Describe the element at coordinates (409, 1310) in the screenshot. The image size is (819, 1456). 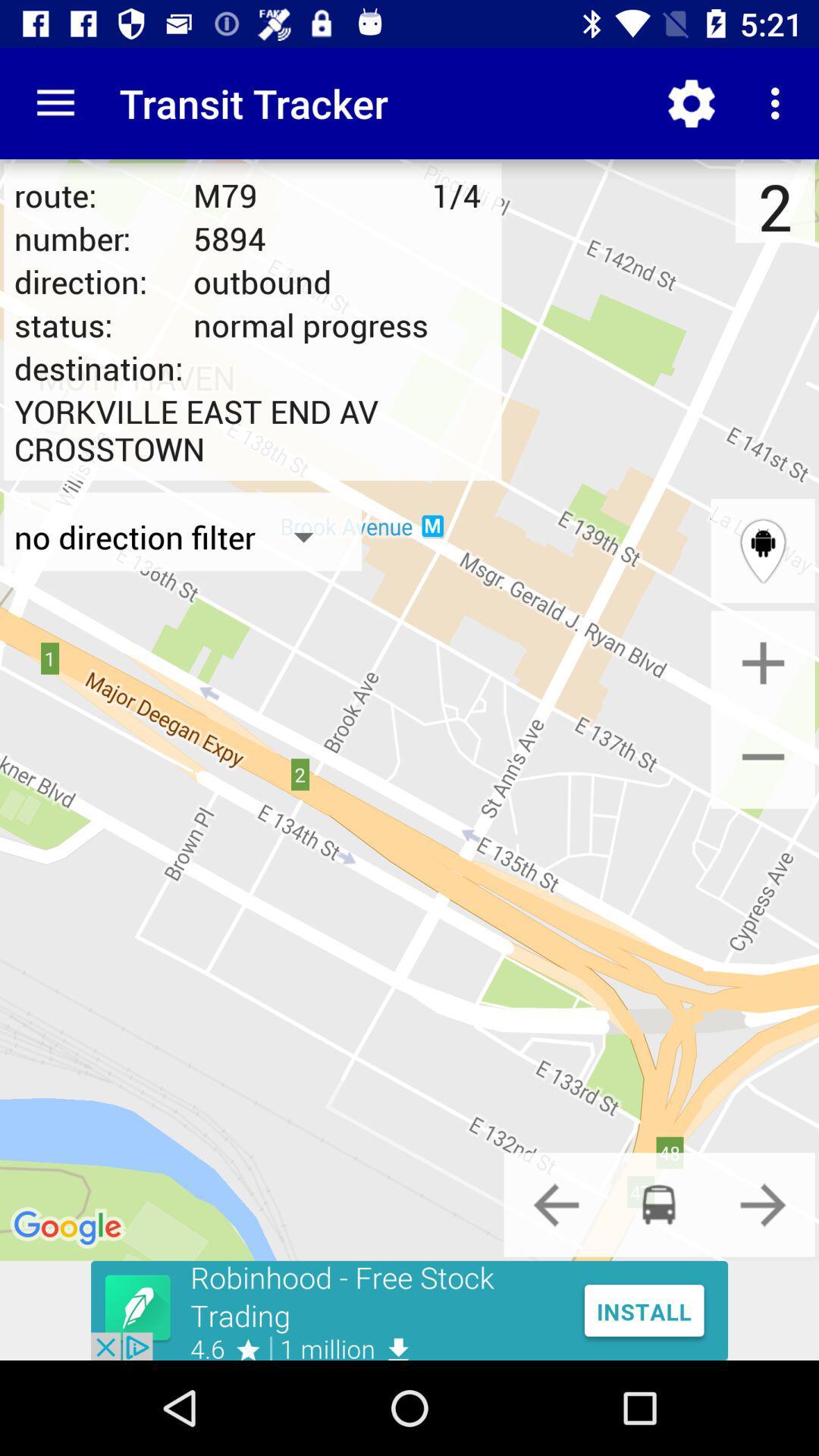
I see `advertisement` at that location.